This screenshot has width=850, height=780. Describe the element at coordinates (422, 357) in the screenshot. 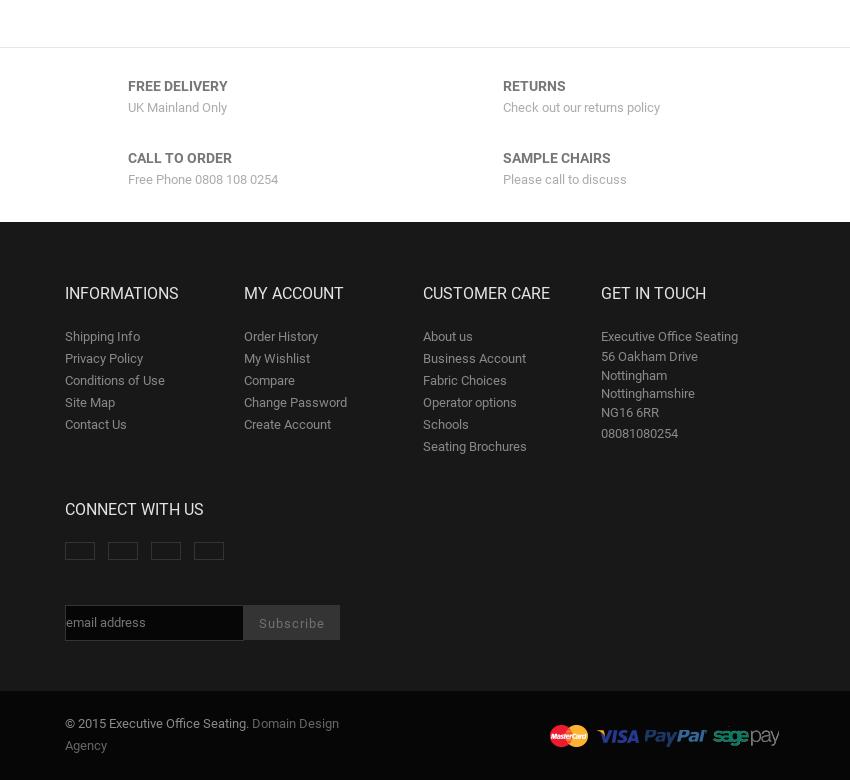

I see `'Business Account'` at that location.